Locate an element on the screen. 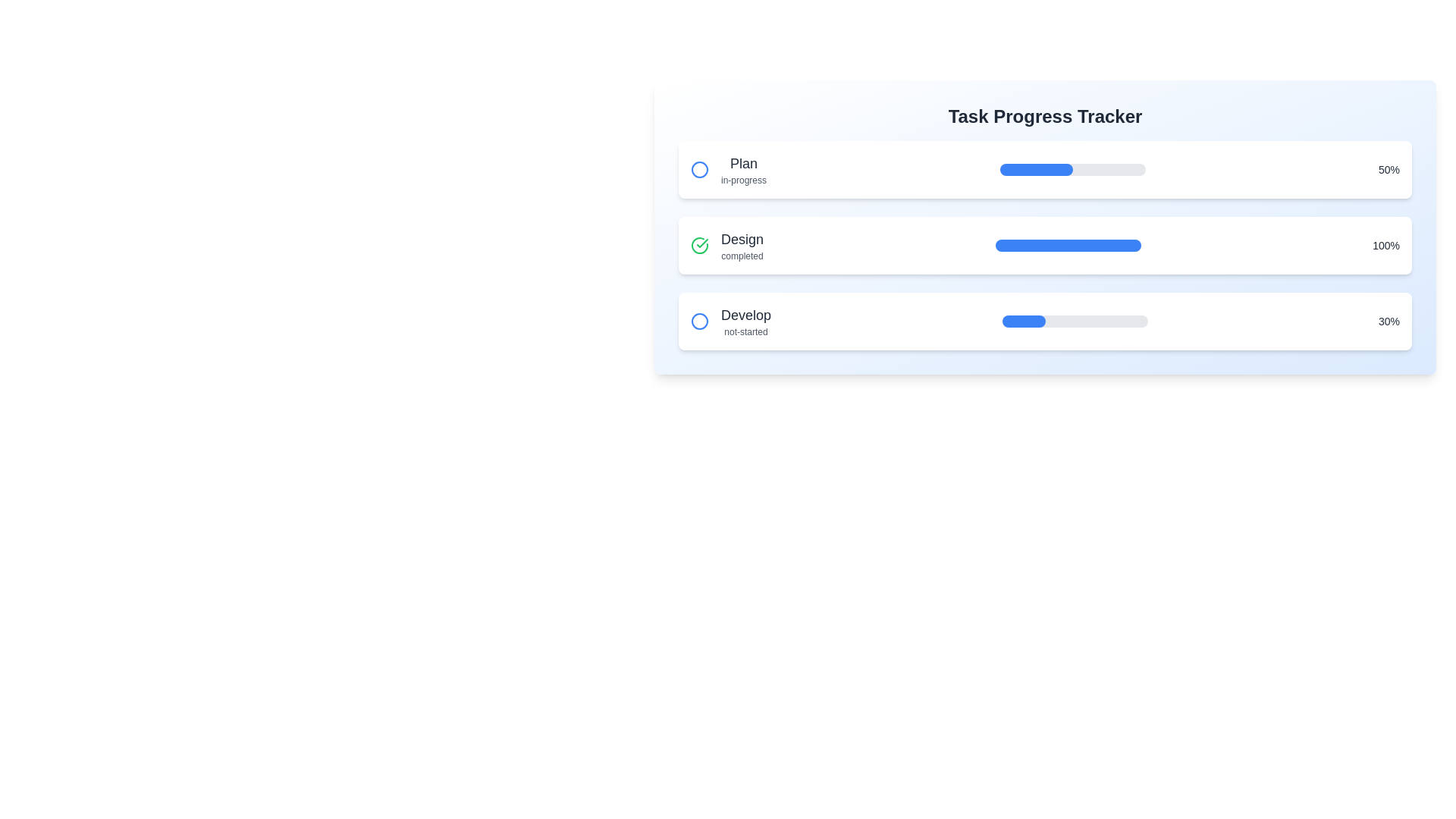  the progress of the rounded blue progress bar segment, which represents 50% completion in the 'Plan' section of the 'Task Progress Tracker' interface is located at coordinates (1035, 169).